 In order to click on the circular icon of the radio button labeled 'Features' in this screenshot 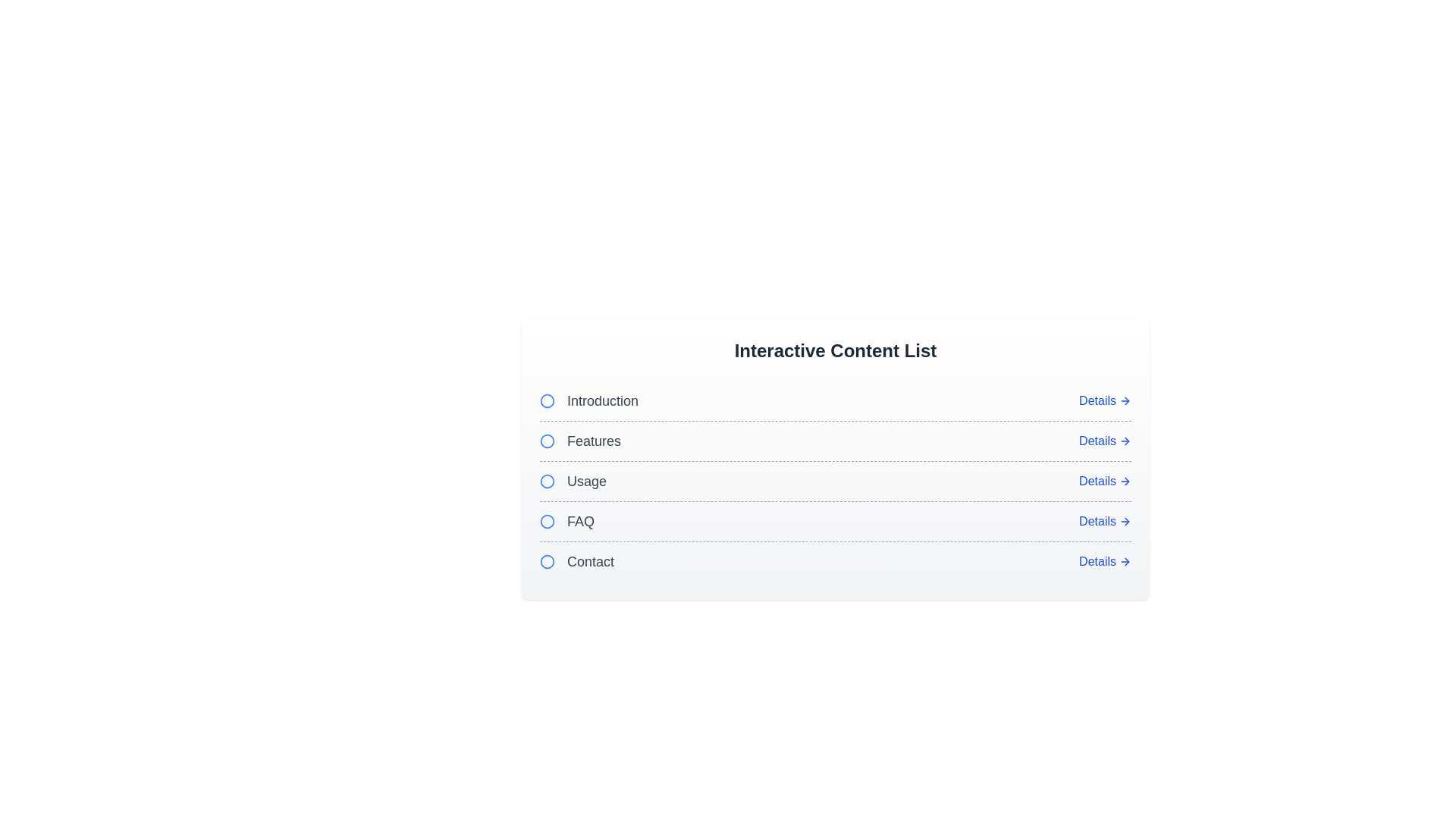, I will do `click(579, 441)`.